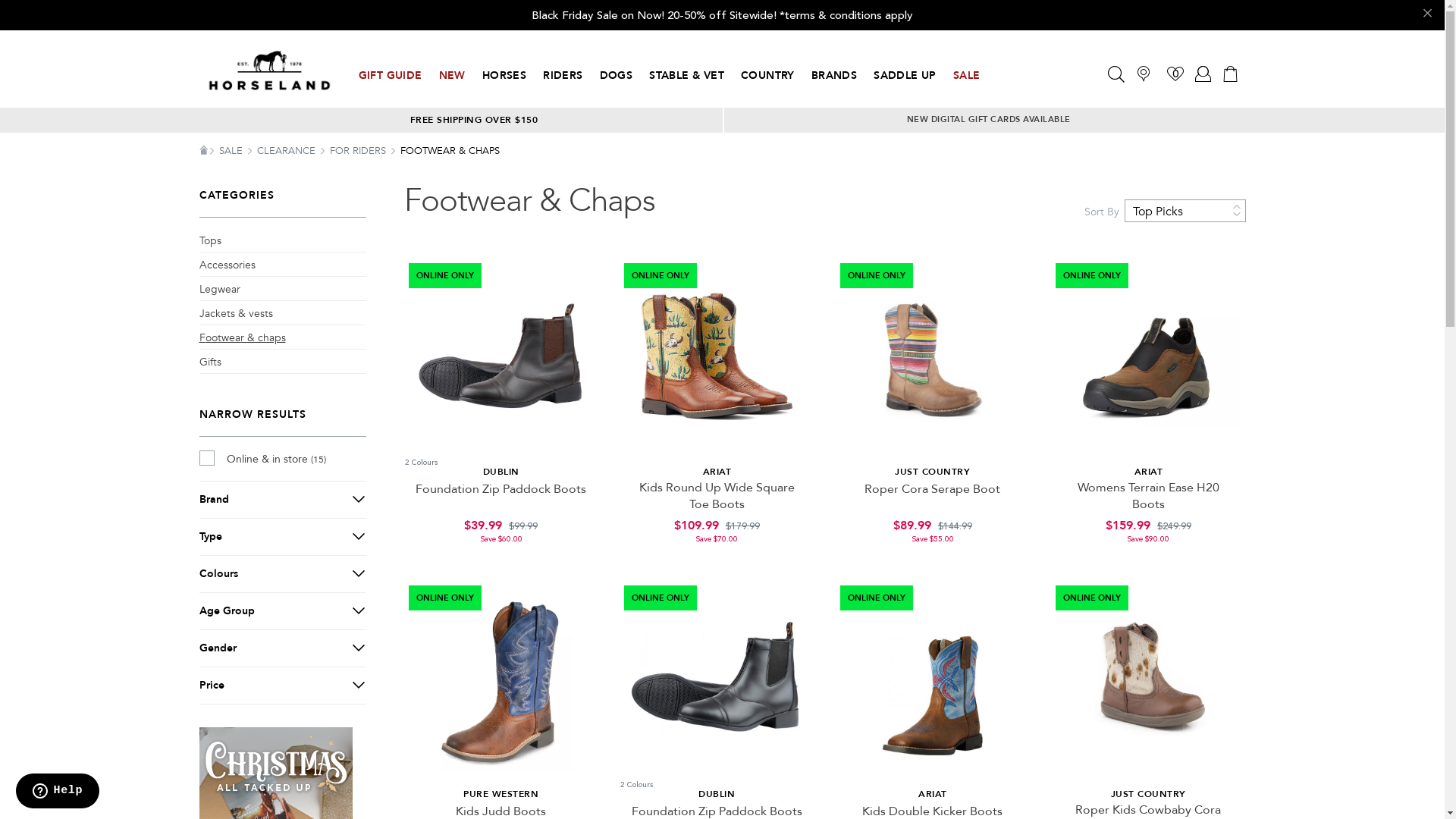  Describe the element at coordinates (198, 458) in the screenshot. I see `'Online & in store 15'` at that location.